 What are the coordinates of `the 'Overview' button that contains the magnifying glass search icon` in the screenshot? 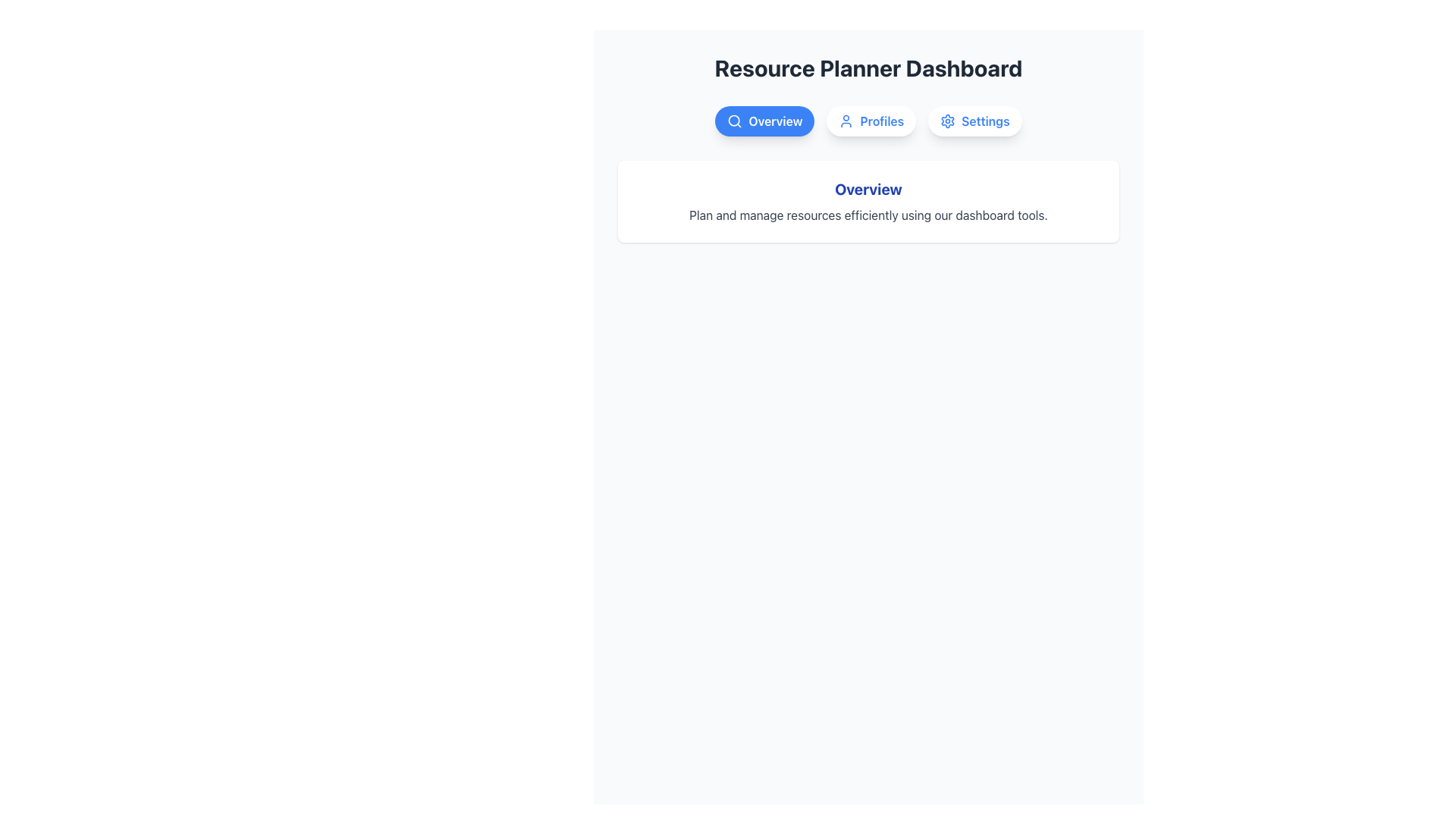 It's located at (735, 120).